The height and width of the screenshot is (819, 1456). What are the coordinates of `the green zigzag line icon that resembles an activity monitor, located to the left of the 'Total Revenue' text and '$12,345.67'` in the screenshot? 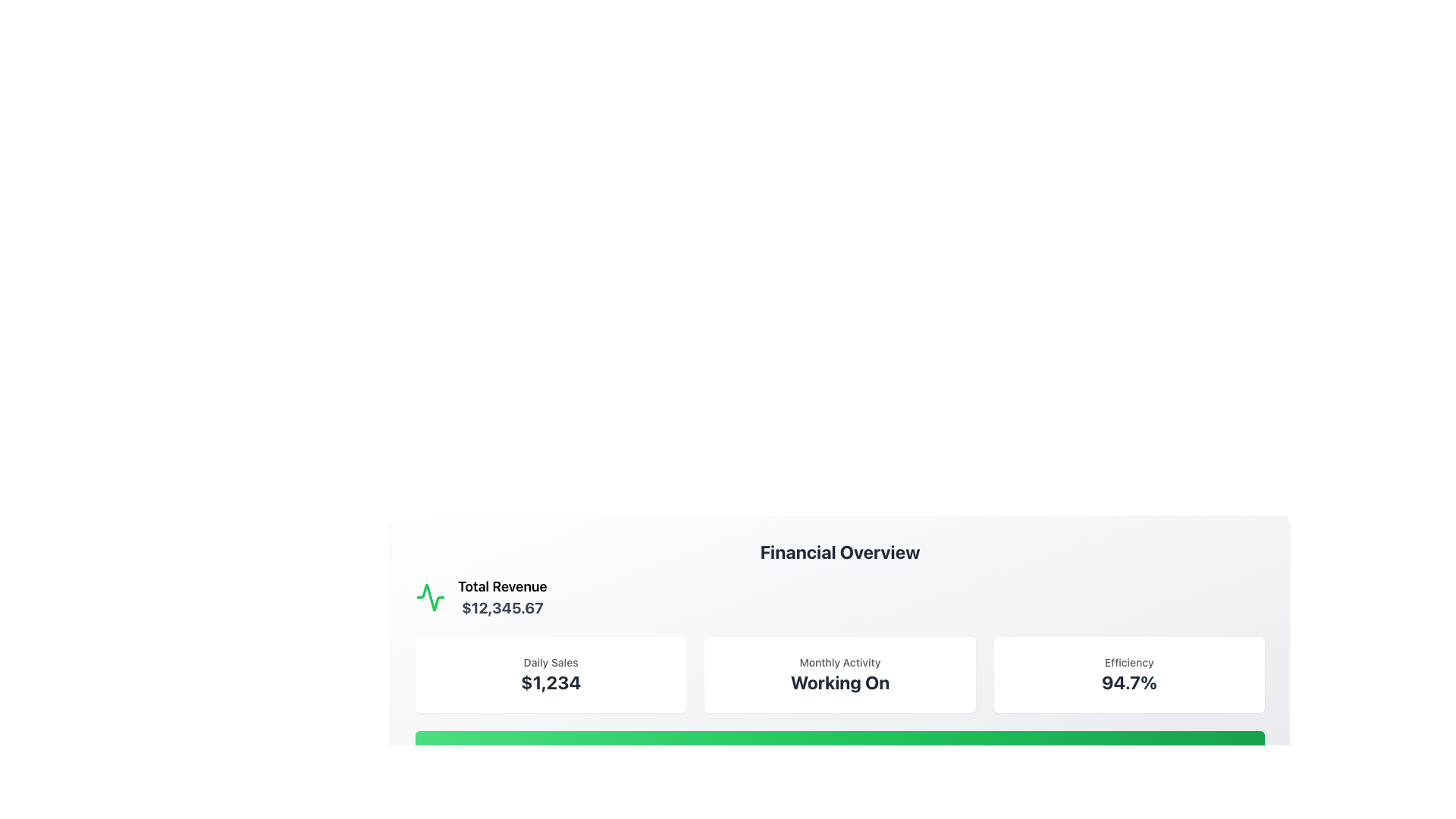 It's located at (429, 596).